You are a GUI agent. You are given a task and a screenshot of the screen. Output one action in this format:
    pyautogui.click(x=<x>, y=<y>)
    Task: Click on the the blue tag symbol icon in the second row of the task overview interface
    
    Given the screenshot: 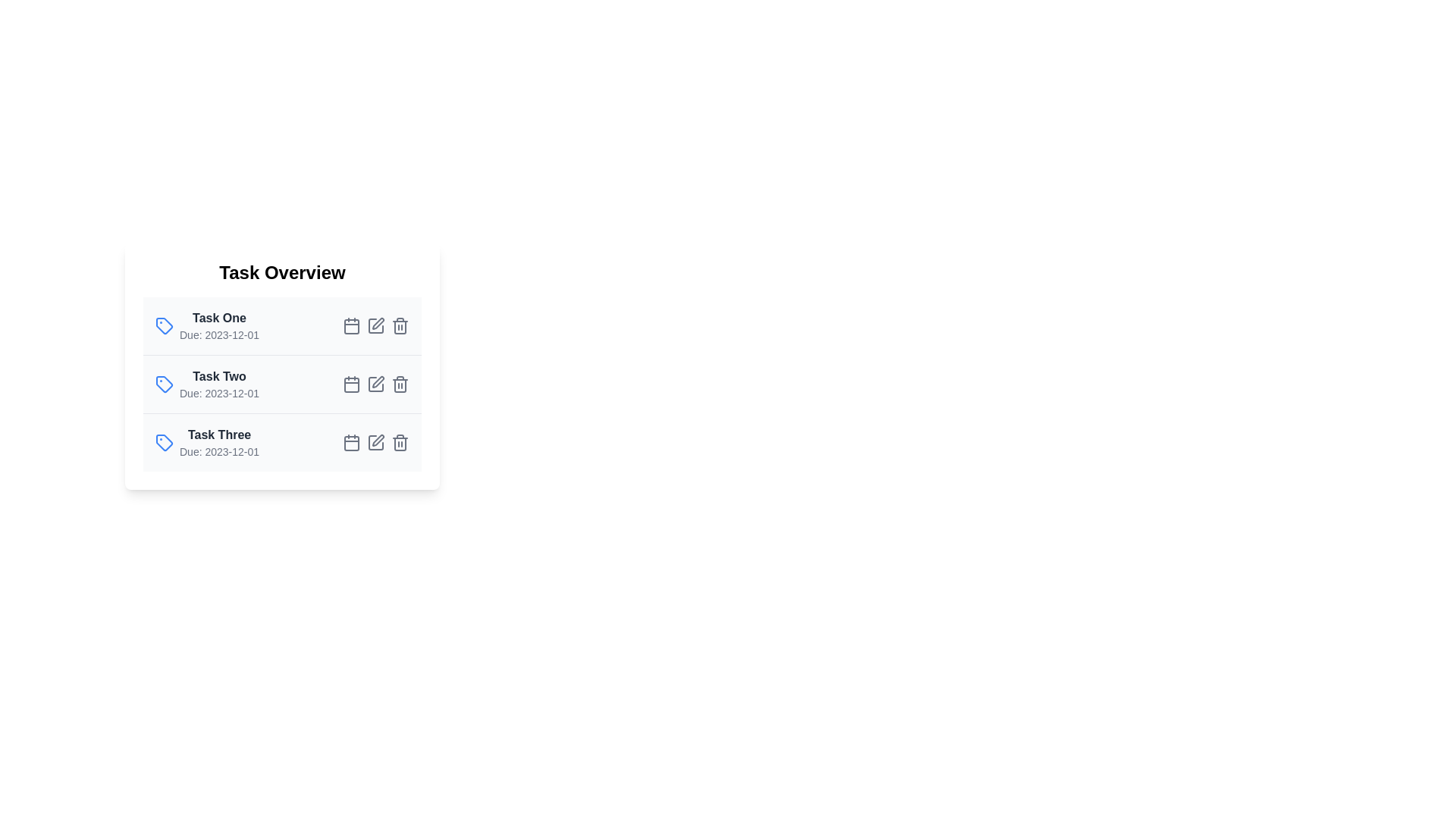 What is the action you would take?
    pyautogui.click(x=164, y=383)
    